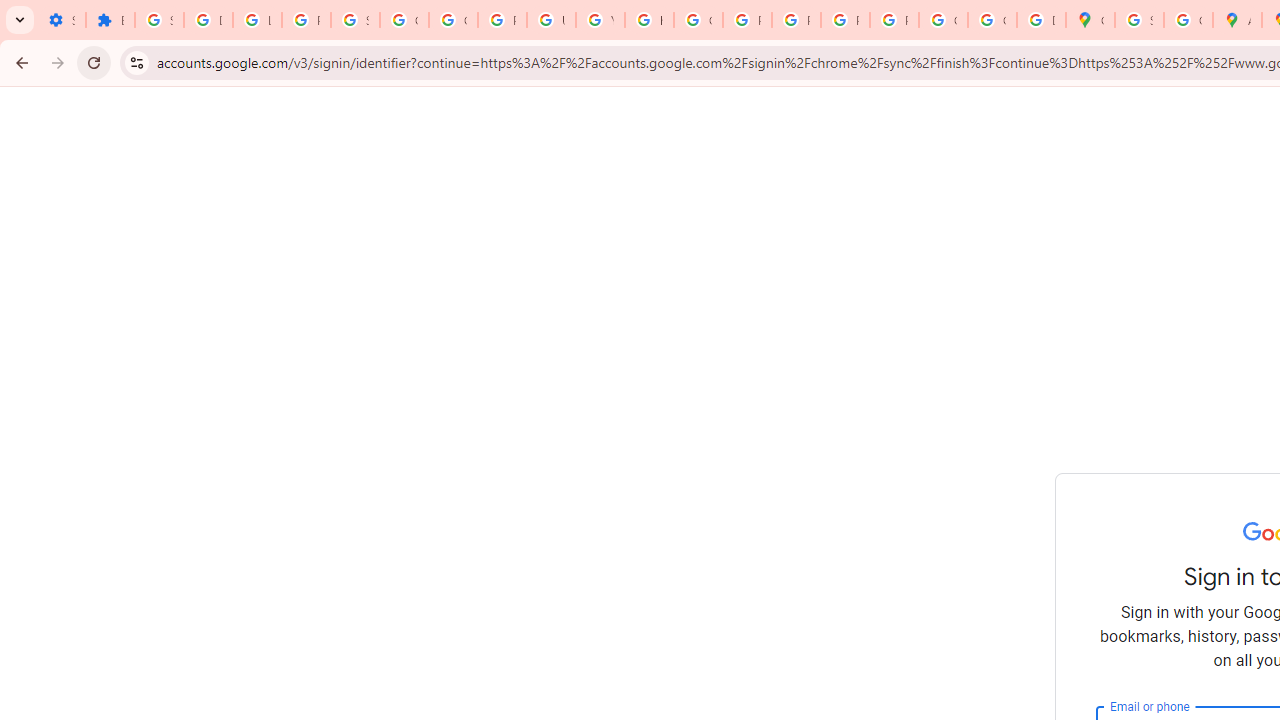  What do you see at coordinates (1139, 20) in the screenshot?
I see `'Sign in - Google Accounts'` at bounding box center [1139, 20].